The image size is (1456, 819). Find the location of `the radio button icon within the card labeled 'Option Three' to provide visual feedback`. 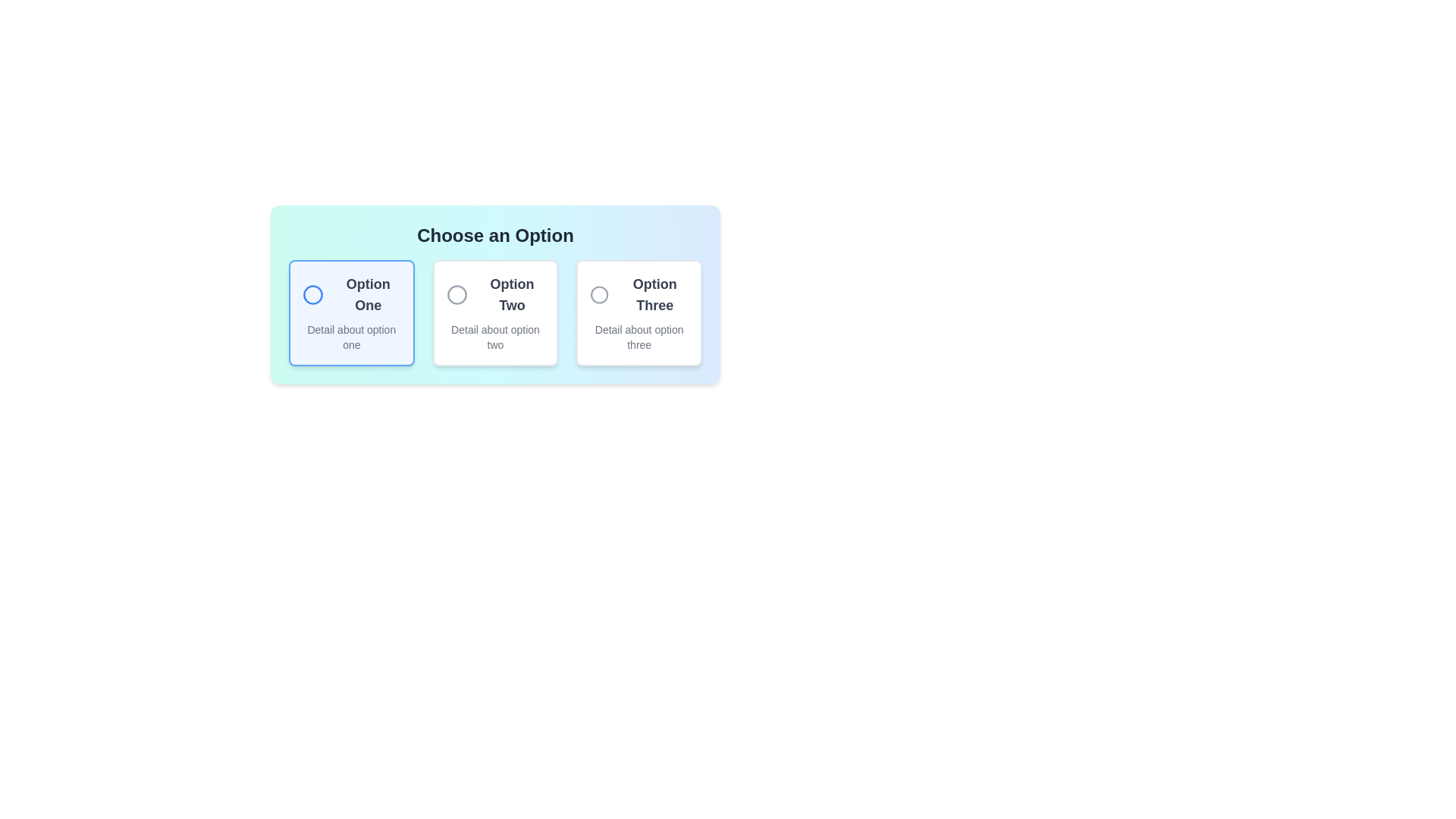

the radio button icon within the card labeled 'Option Three' to provide visual feedback is located at coordinates (599, 295).